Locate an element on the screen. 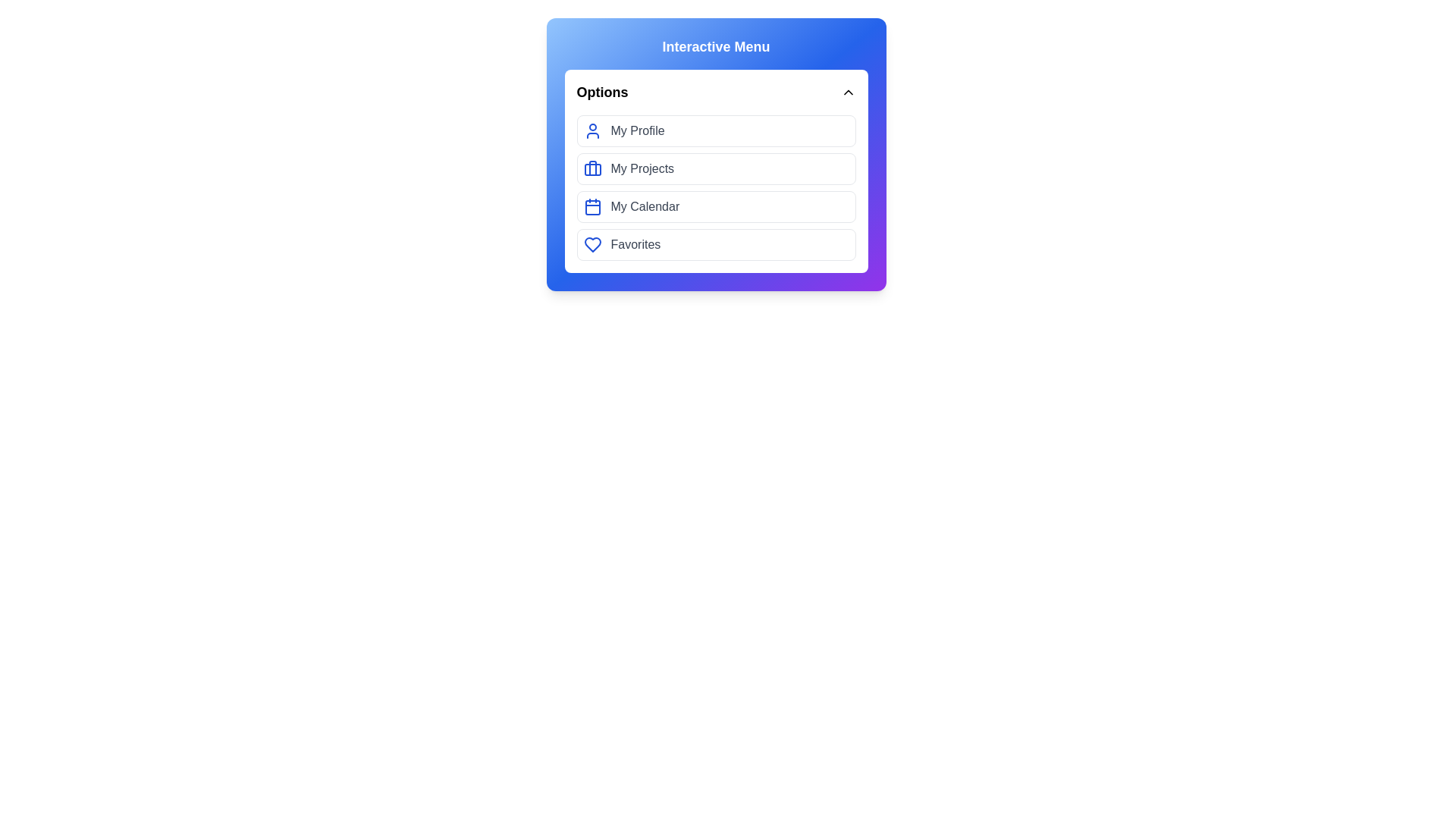 The height and width of the screenshot is (819, 1456). the 'My Projects' list item within the collapsible menu located below the 'Interactive Menu' title to bring up the context menu is located at coordinates (715, 155).